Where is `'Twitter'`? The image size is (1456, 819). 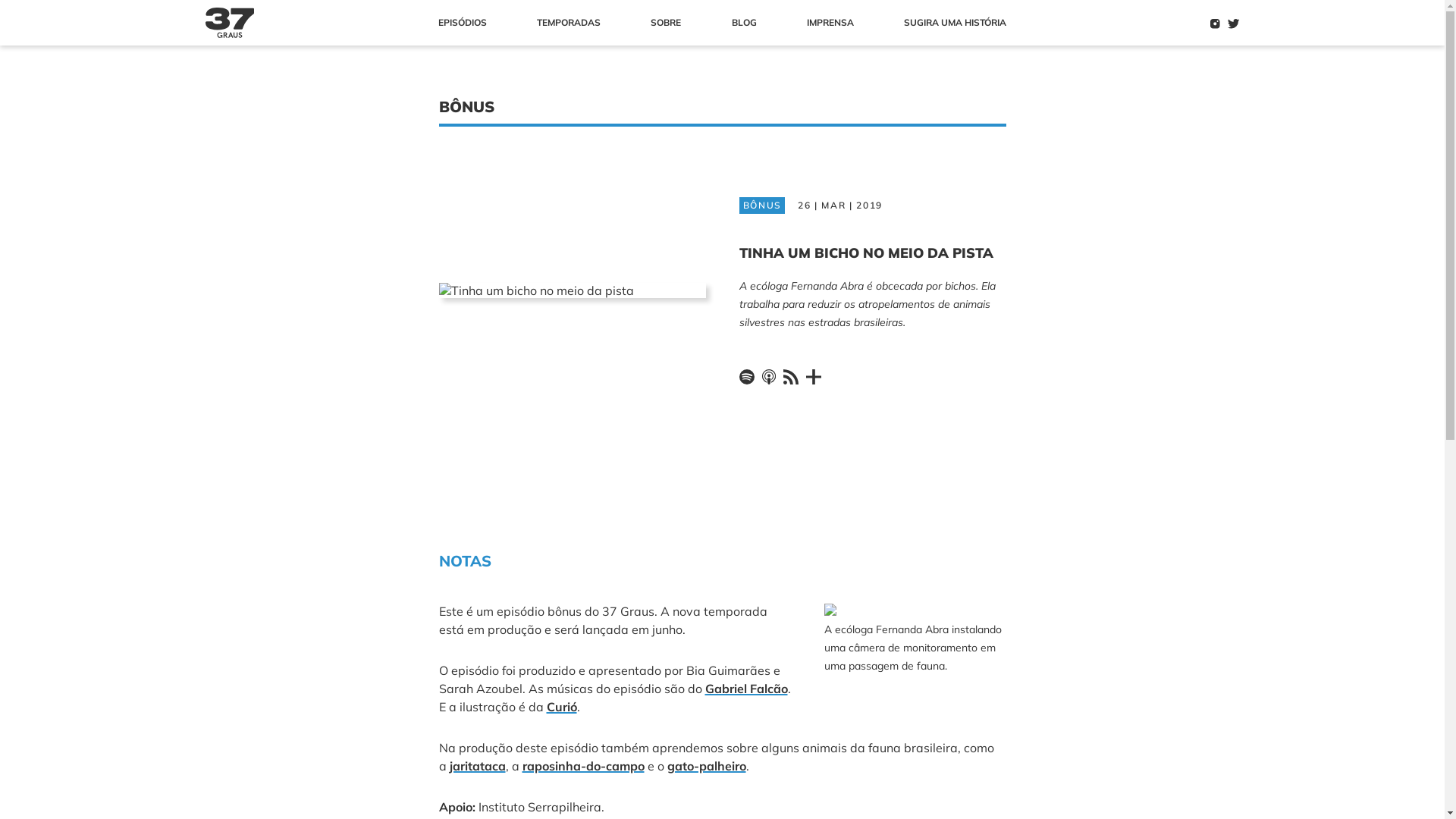 'Twitter' is located at coordinates (1234, 24).